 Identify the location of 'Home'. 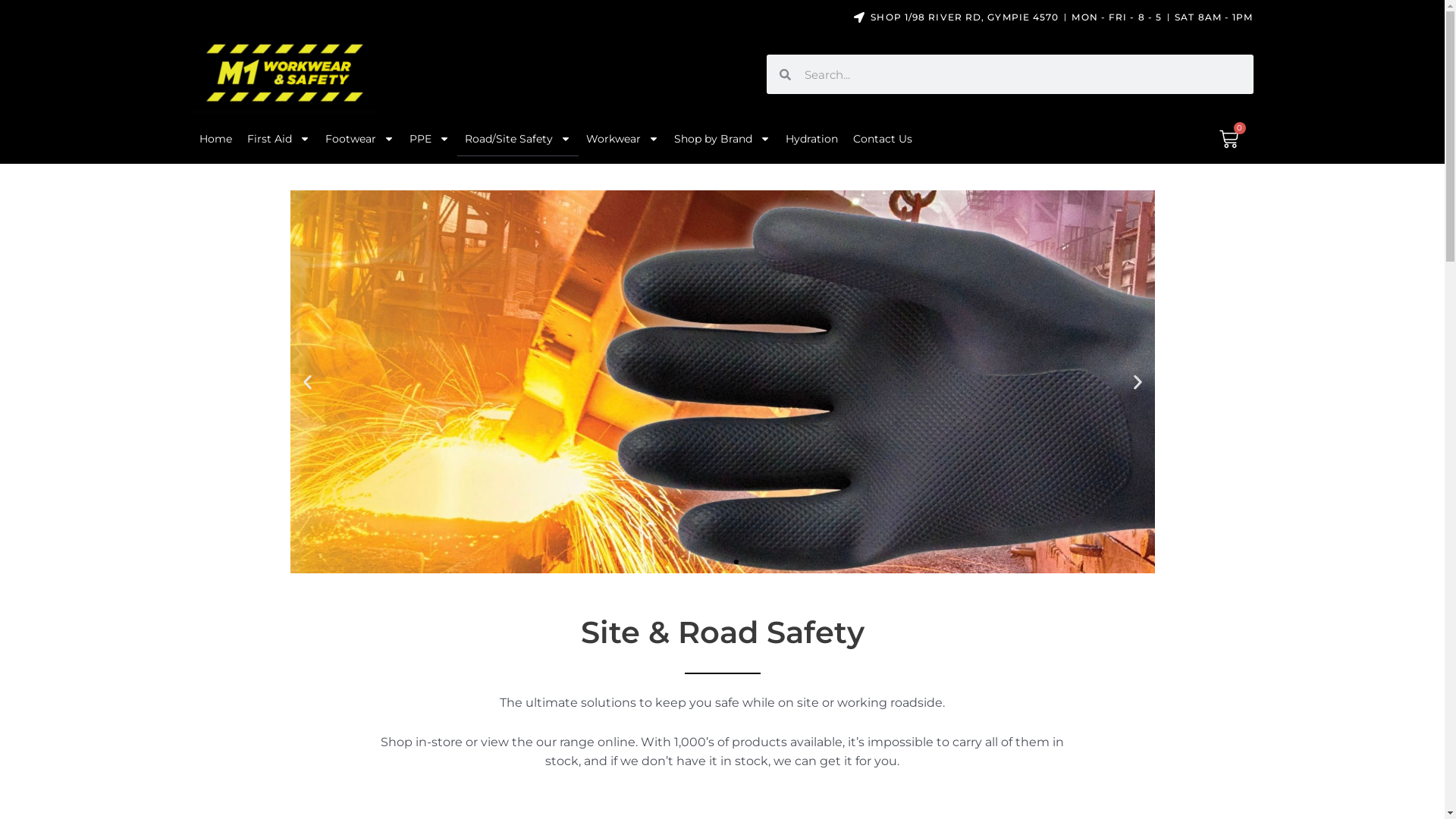
(214, 138).